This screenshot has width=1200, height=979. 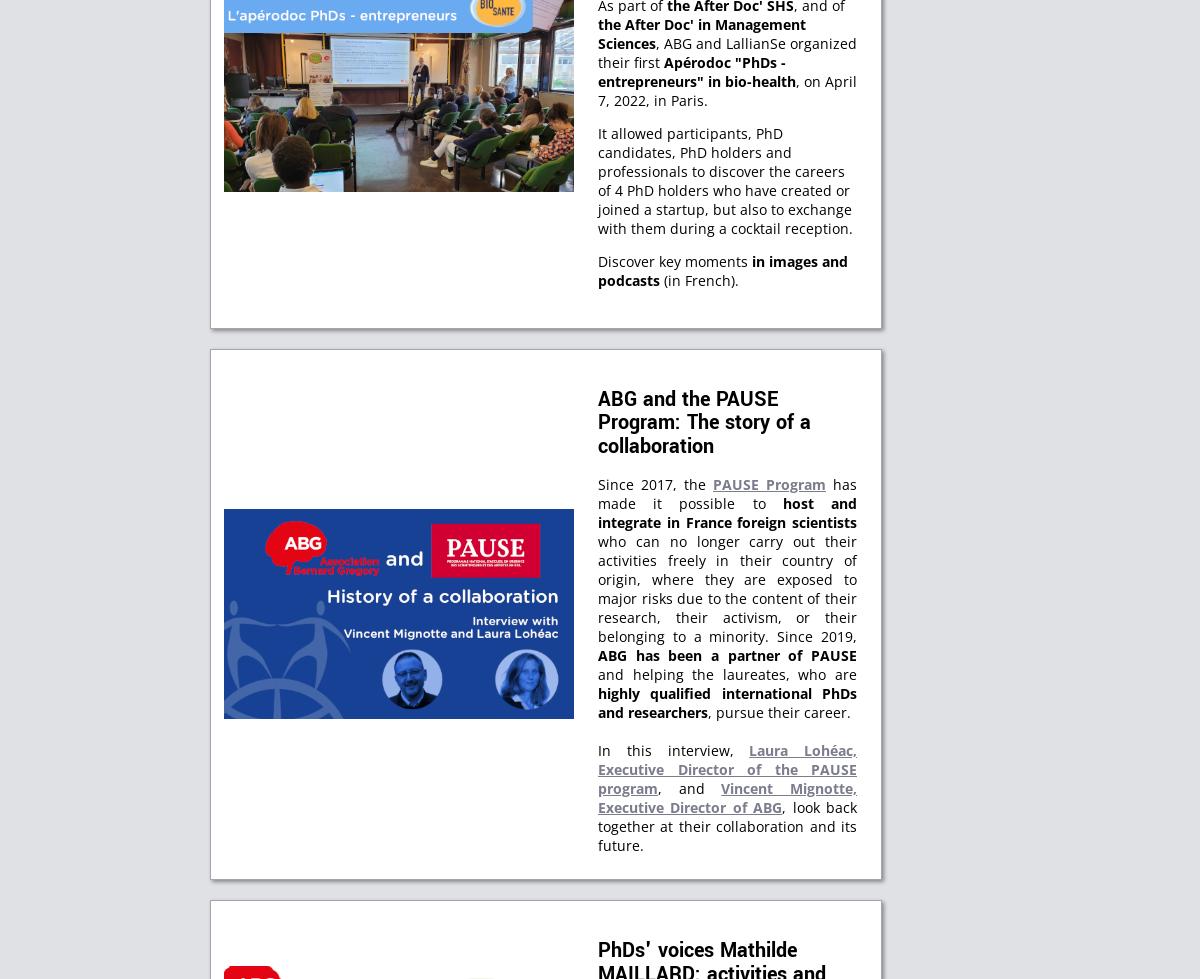 I want to click on 'Vincent Mignotte, Executive Director of ABG', so click(x=727, y=796).